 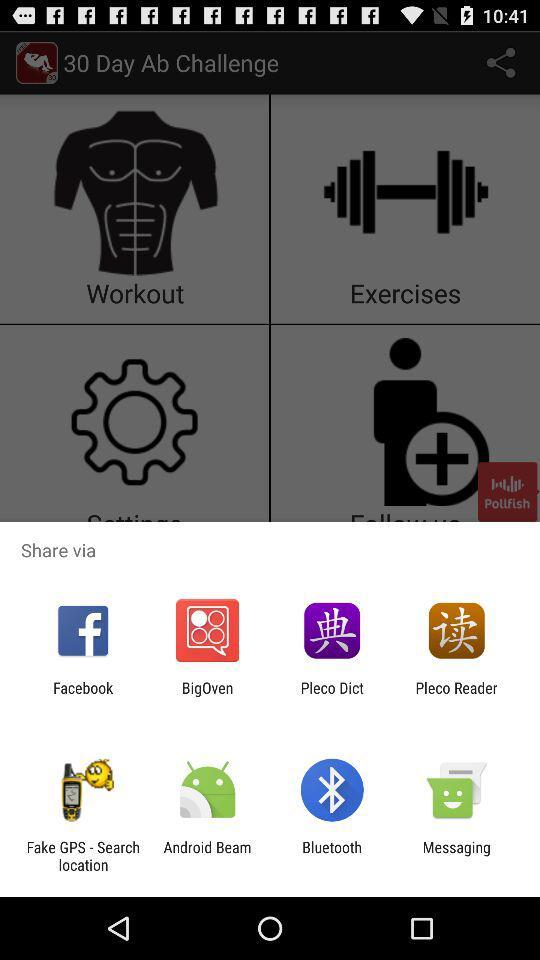 I want to click on the app next to the bigoven icon, so click(x=332, y=696).